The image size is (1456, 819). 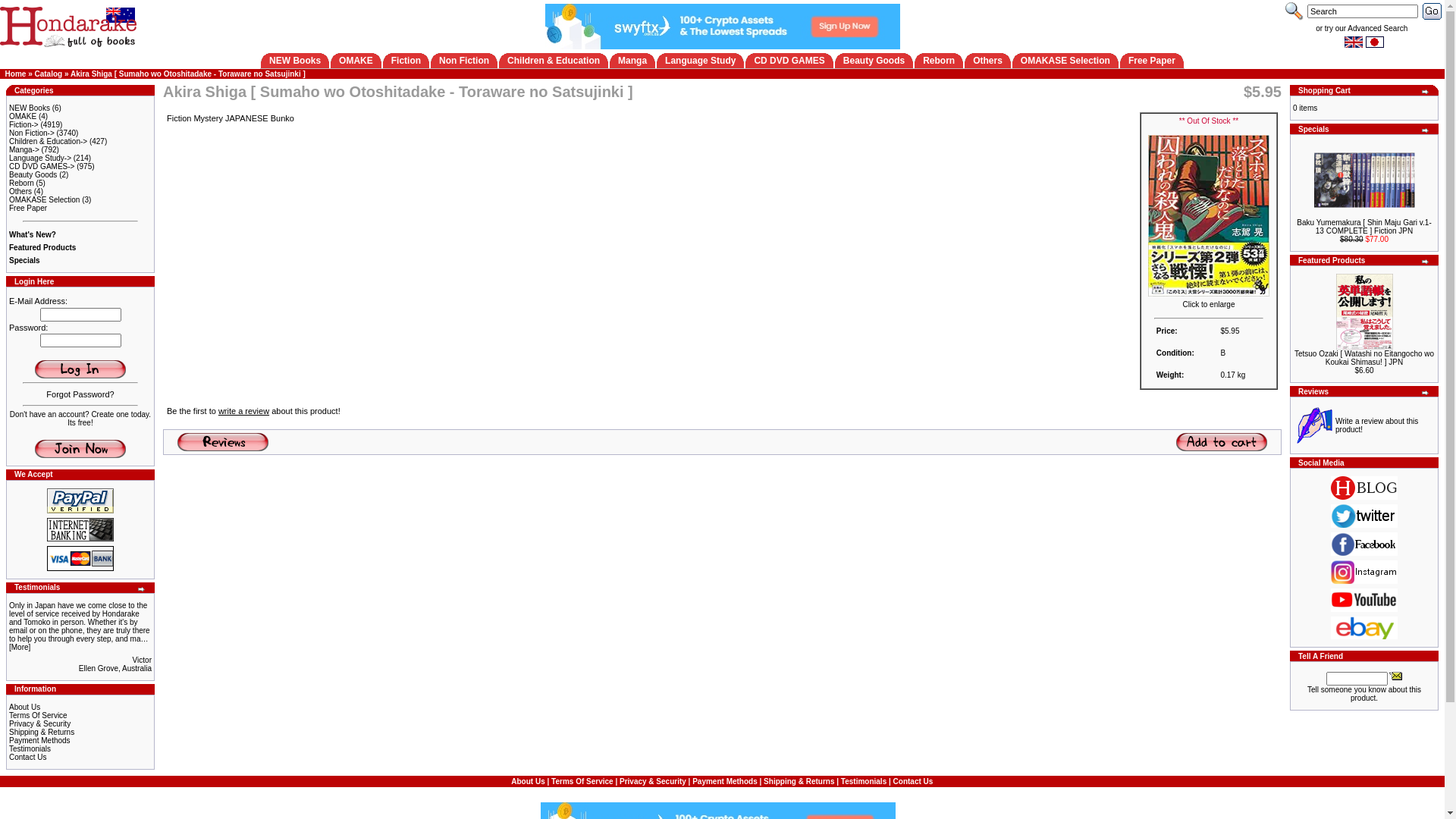 What do you see at coordinates (142, 588) in the screenshot?
I see `' more '` at bounding box center [142, 588].